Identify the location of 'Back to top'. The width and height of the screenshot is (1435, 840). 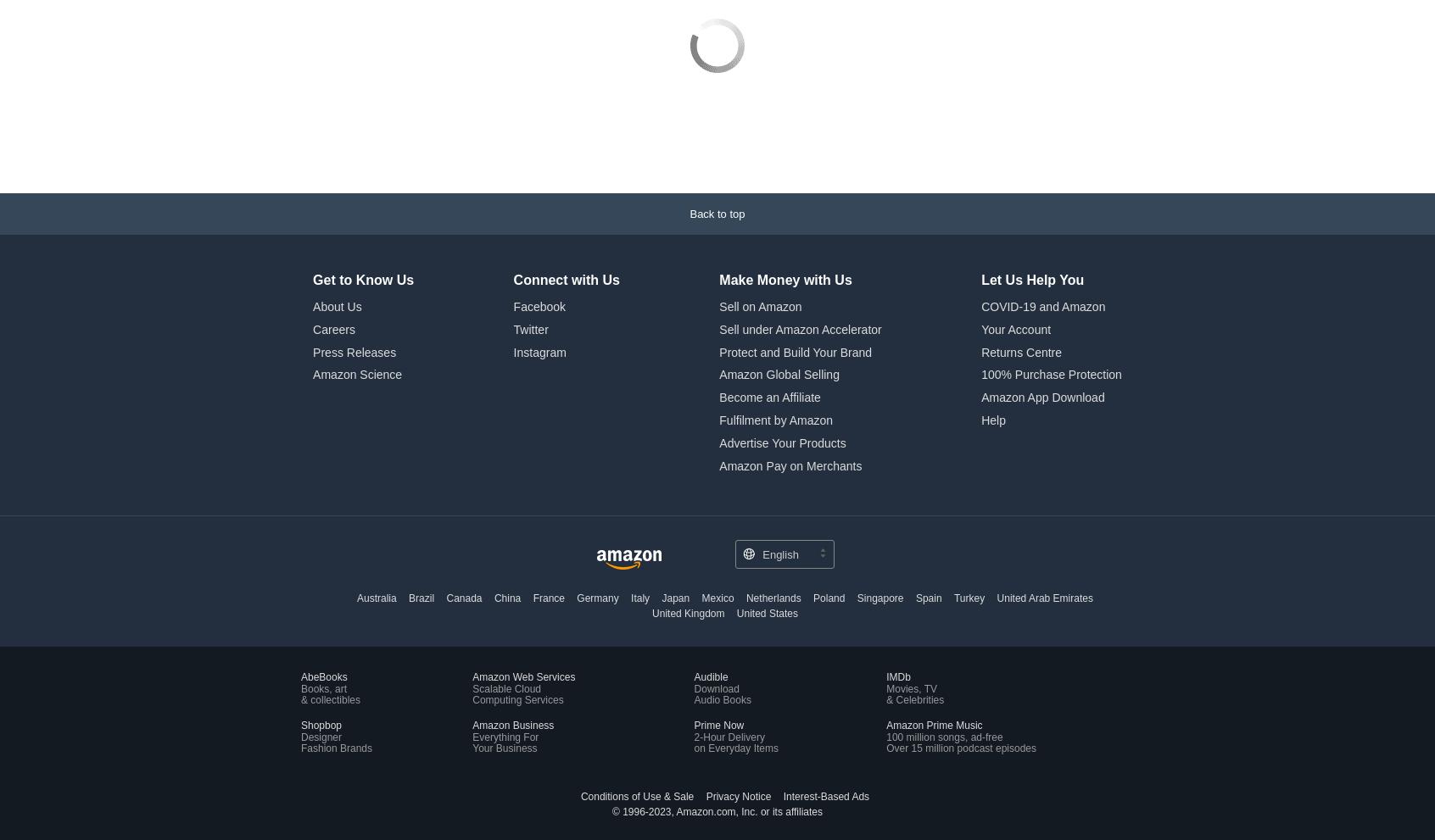
(717, 99).